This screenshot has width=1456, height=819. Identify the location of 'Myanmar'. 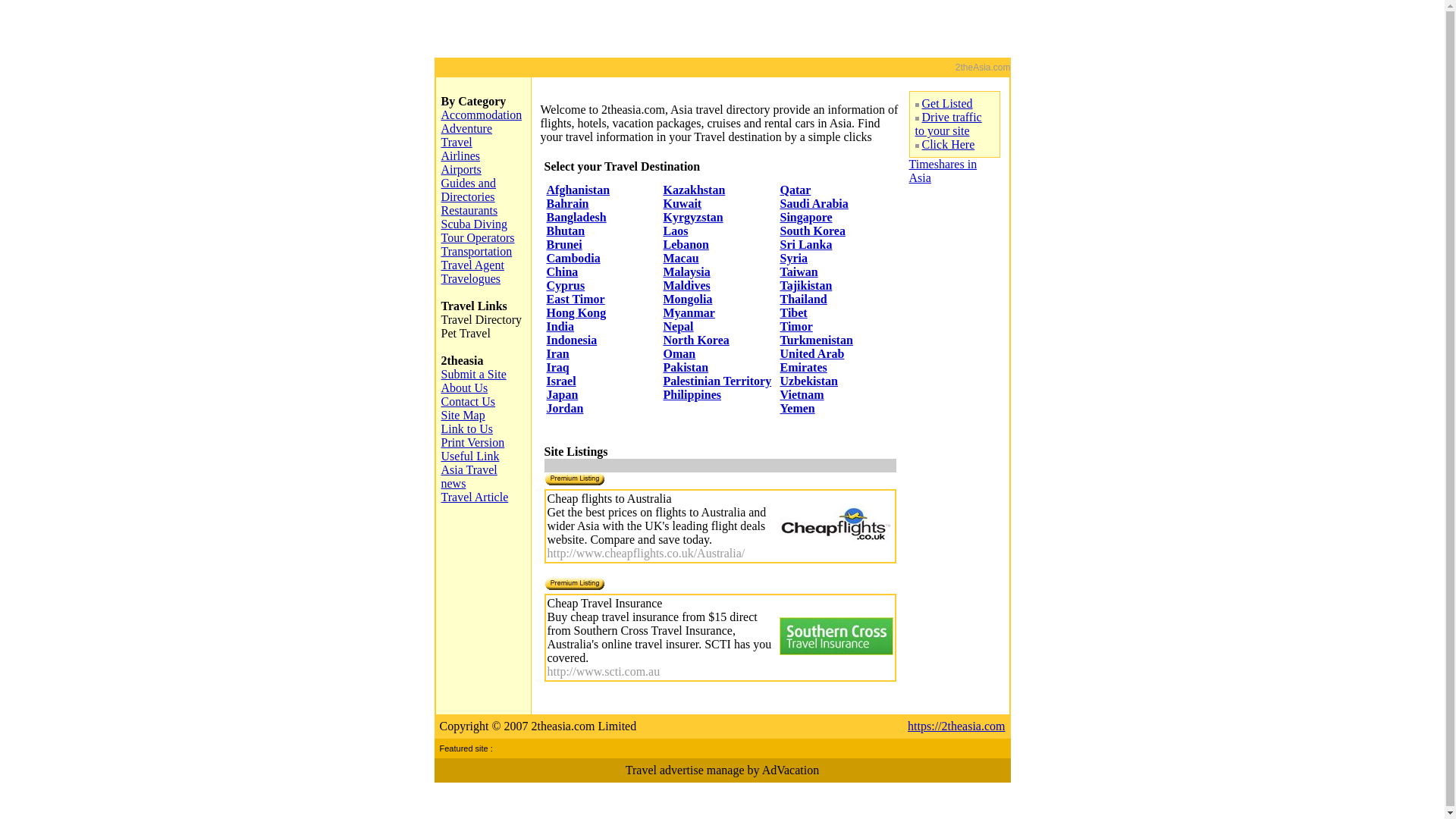
(662, 312).